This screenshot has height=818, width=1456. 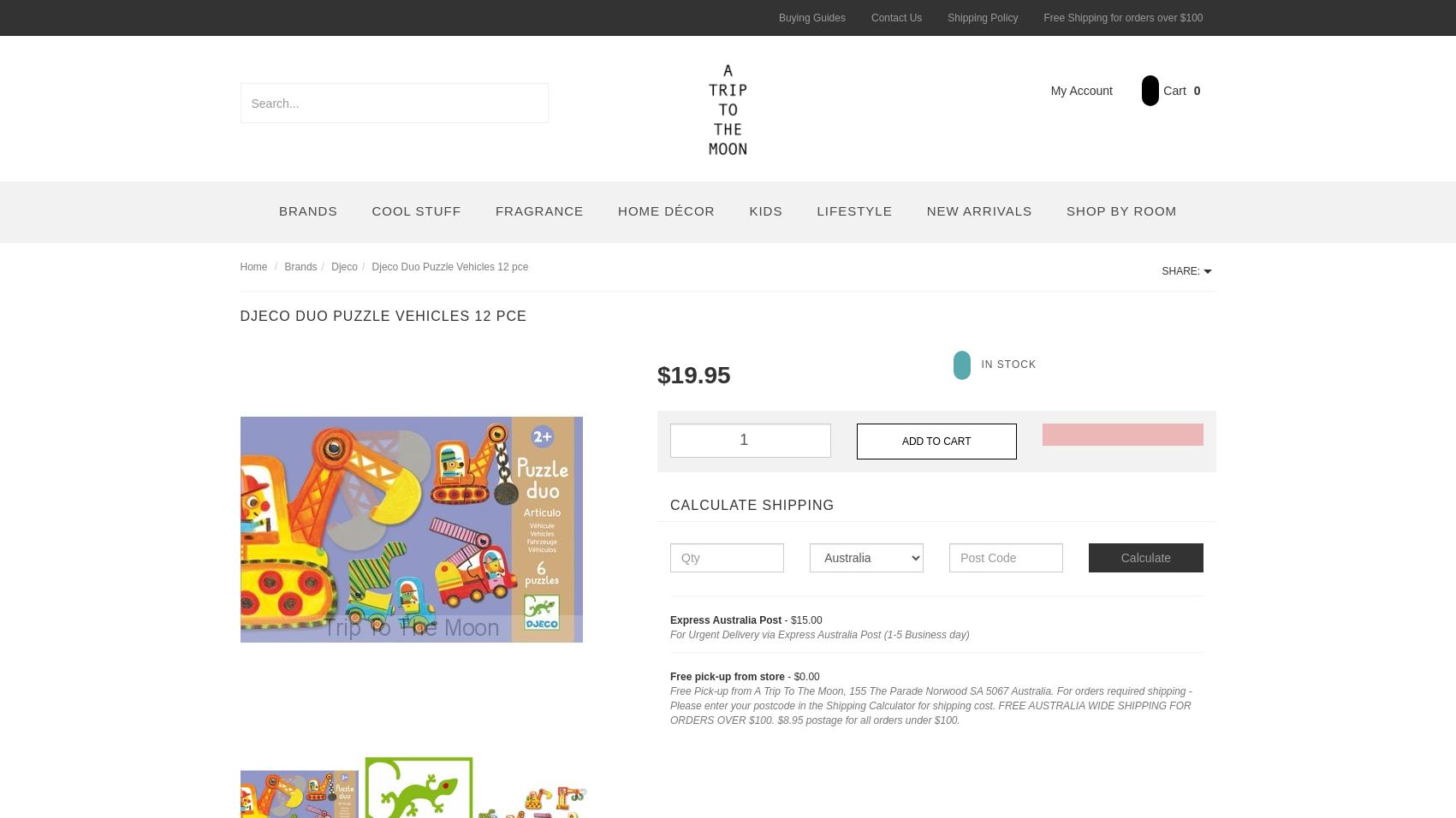 I want to click on '- $15.00', so click(x=800, y=619).